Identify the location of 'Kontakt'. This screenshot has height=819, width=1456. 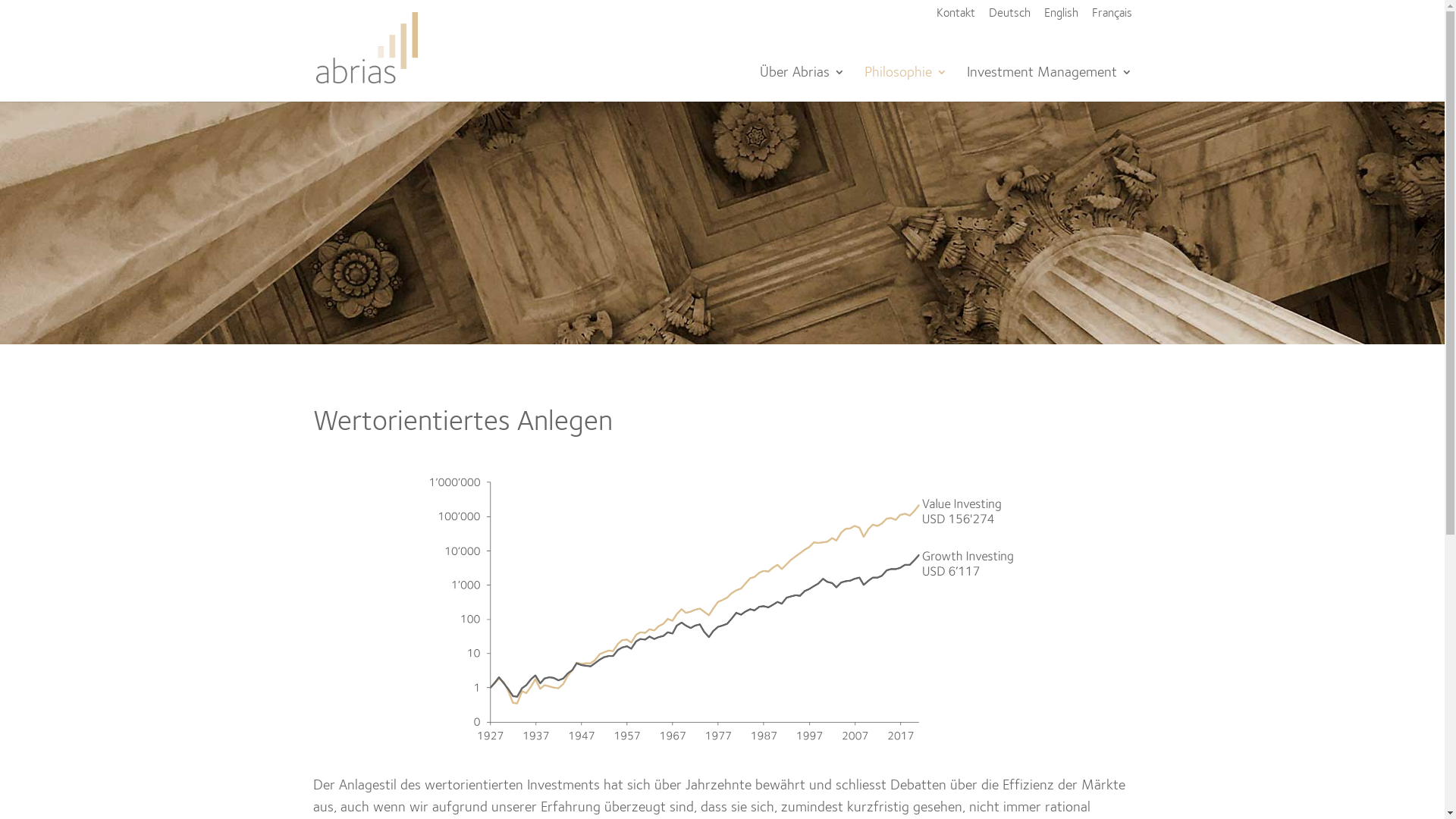
(954, 18).